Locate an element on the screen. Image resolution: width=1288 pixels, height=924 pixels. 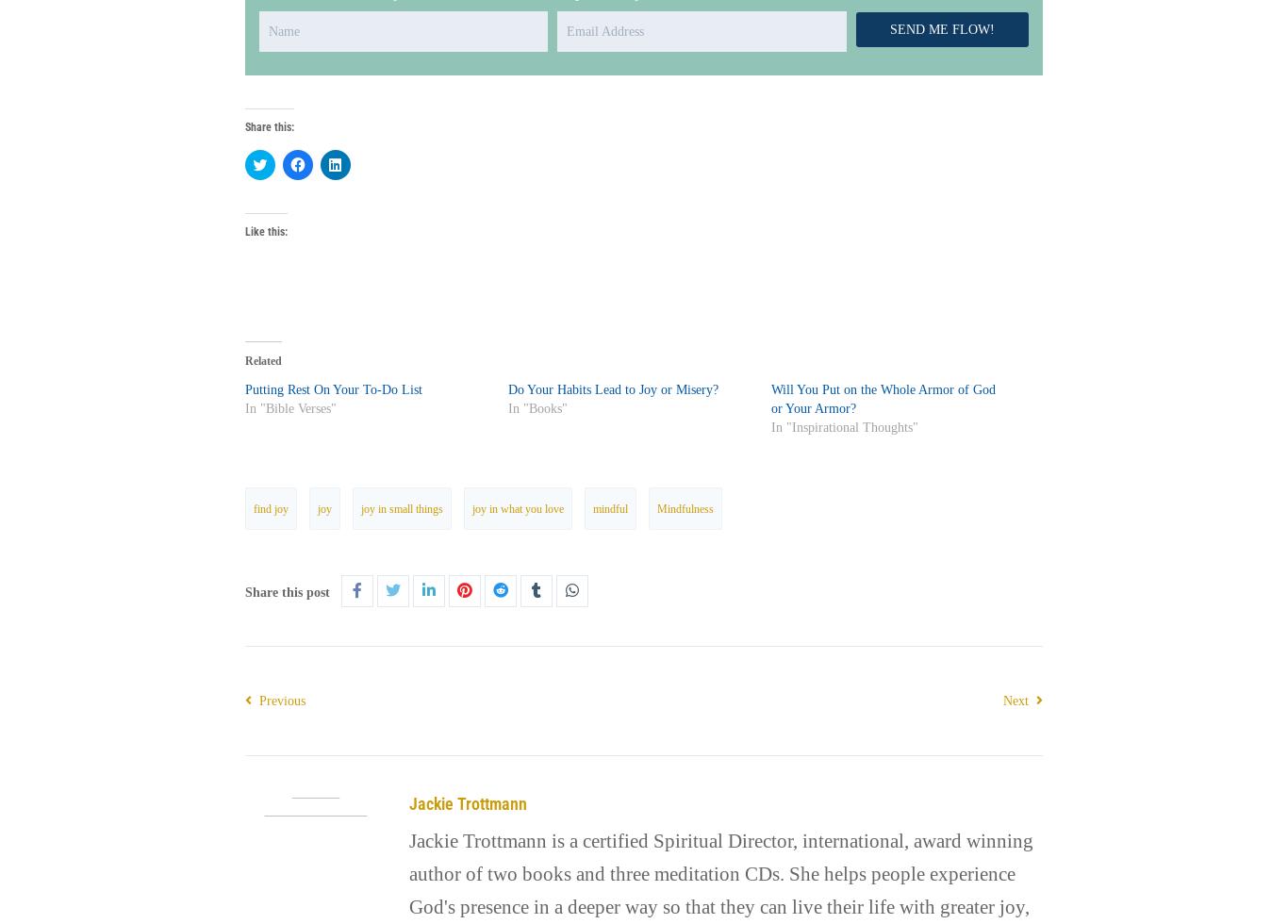
'Related' is located at coordinates (262, 359).